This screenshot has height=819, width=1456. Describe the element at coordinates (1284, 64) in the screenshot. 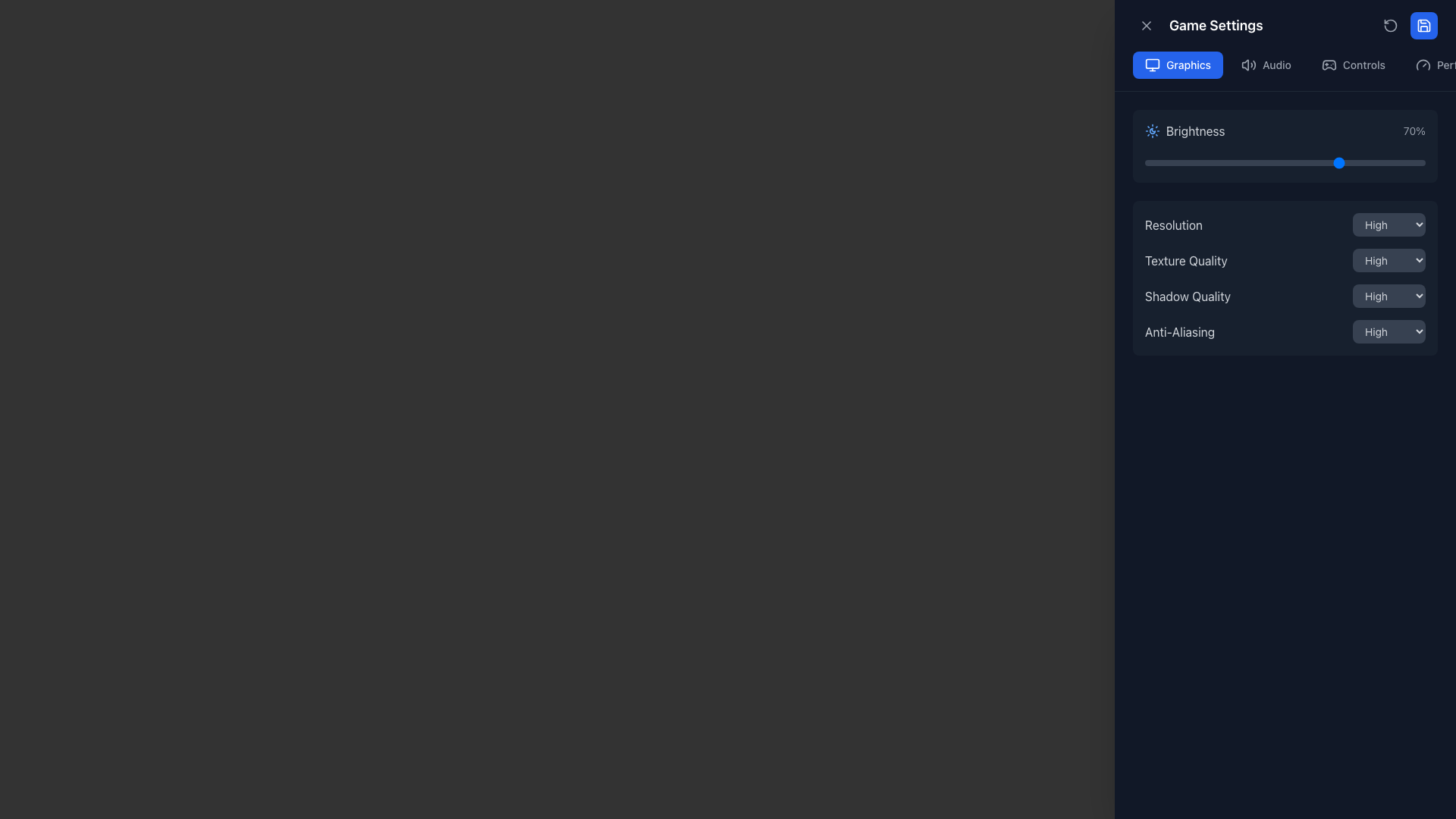

I see `the 'Audio' button in the Game Settings section` at that location.